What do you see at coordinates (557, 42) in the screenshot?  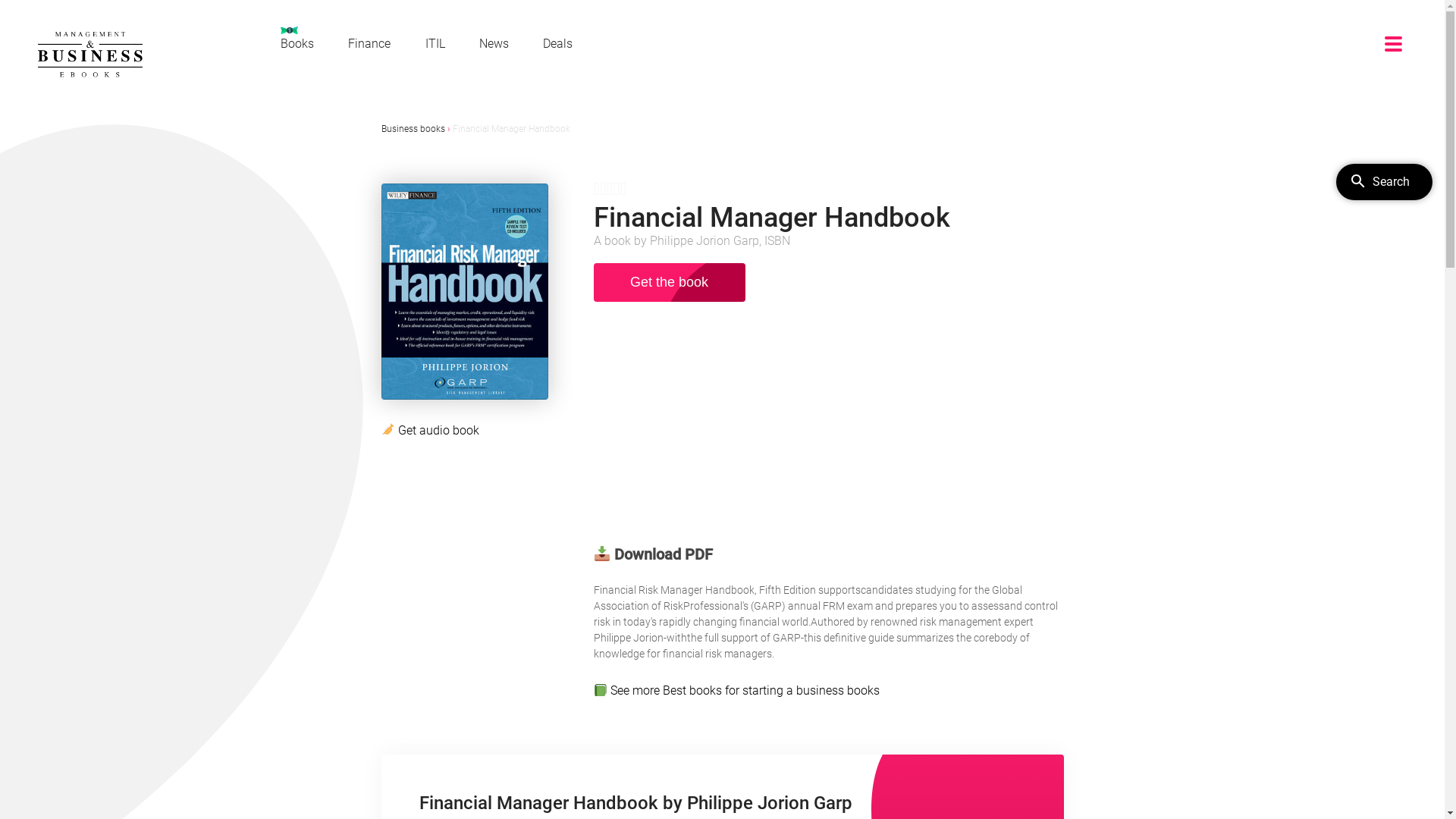 I see `'Deals'` at bounding box center [557, 42].